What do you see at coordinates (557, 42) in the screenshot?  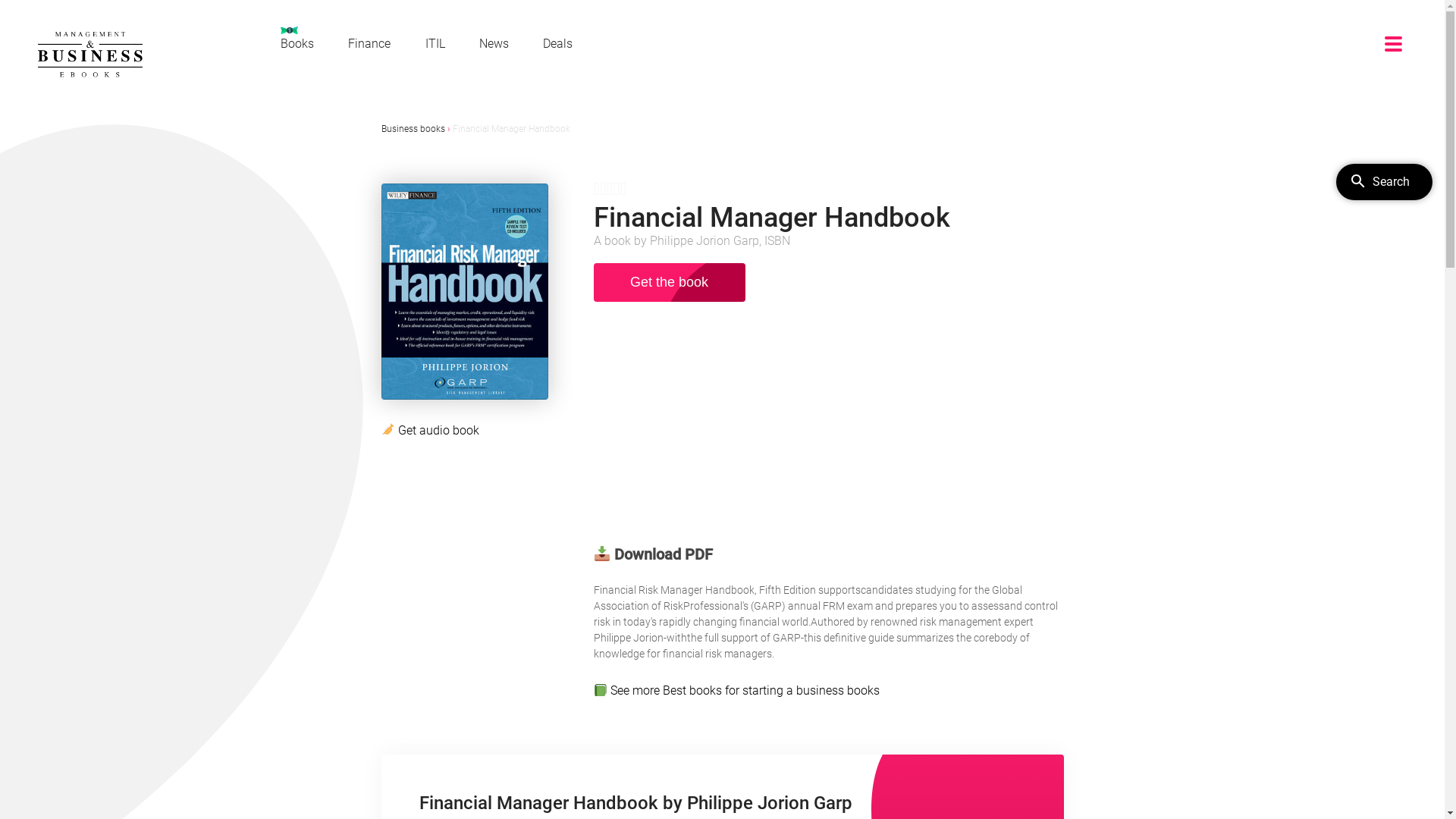 I see `'Deals'` at bounding box center [557, 42].